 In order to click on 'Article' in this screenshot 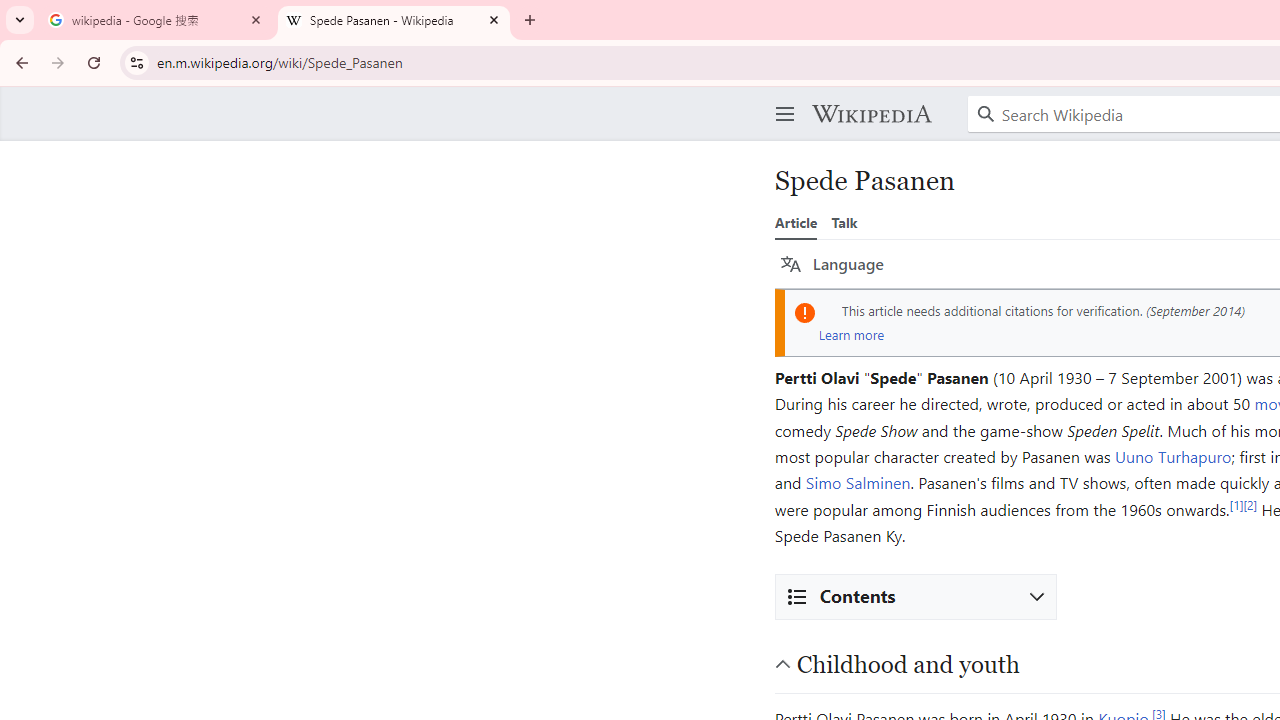, I will do `click(795, 222)`.